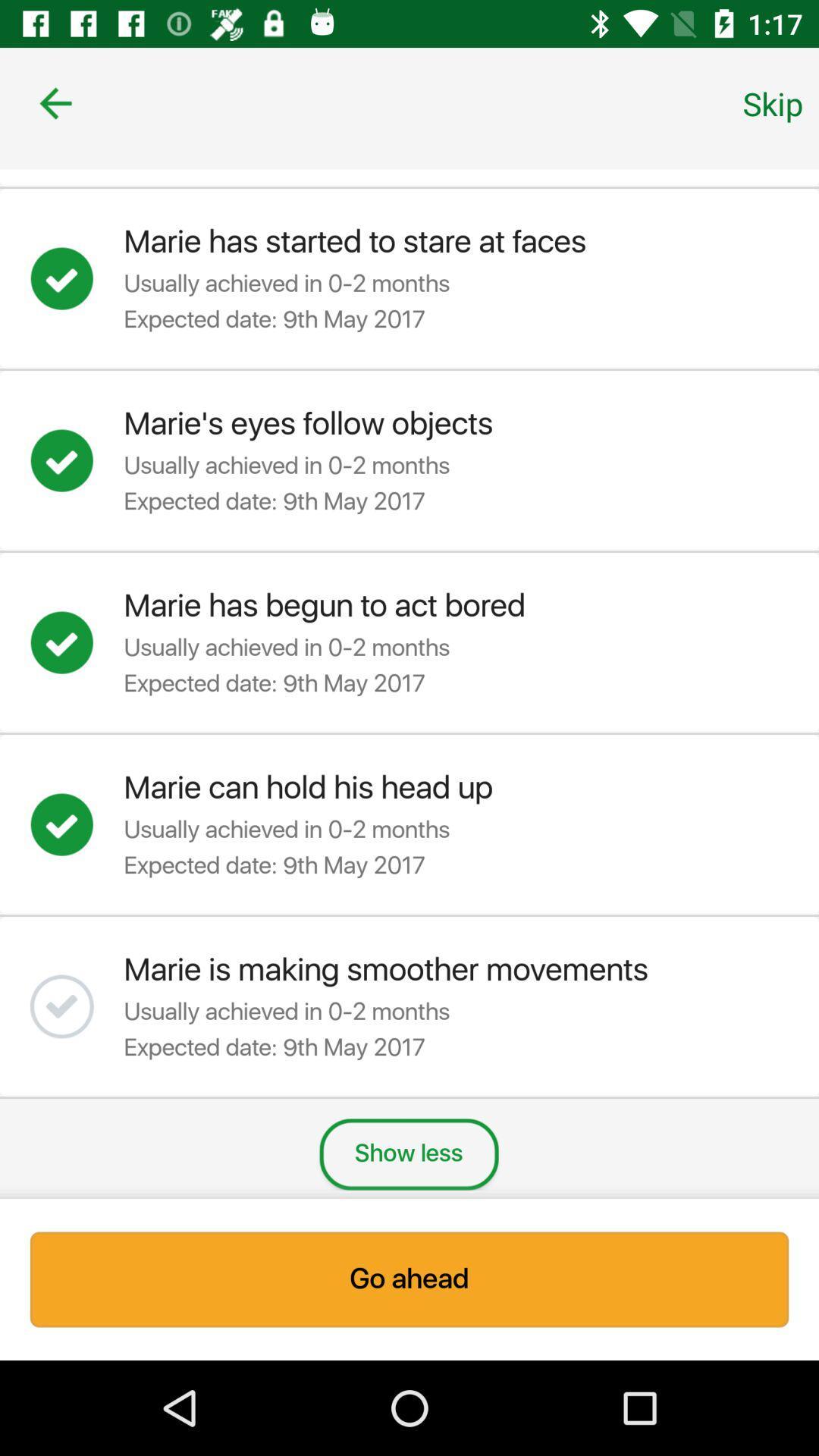 The height and width of the screenshot is (1456, 819). Describe the element at coordinates (77, 1006) in the screenshot. I see `check movement option` at that location.